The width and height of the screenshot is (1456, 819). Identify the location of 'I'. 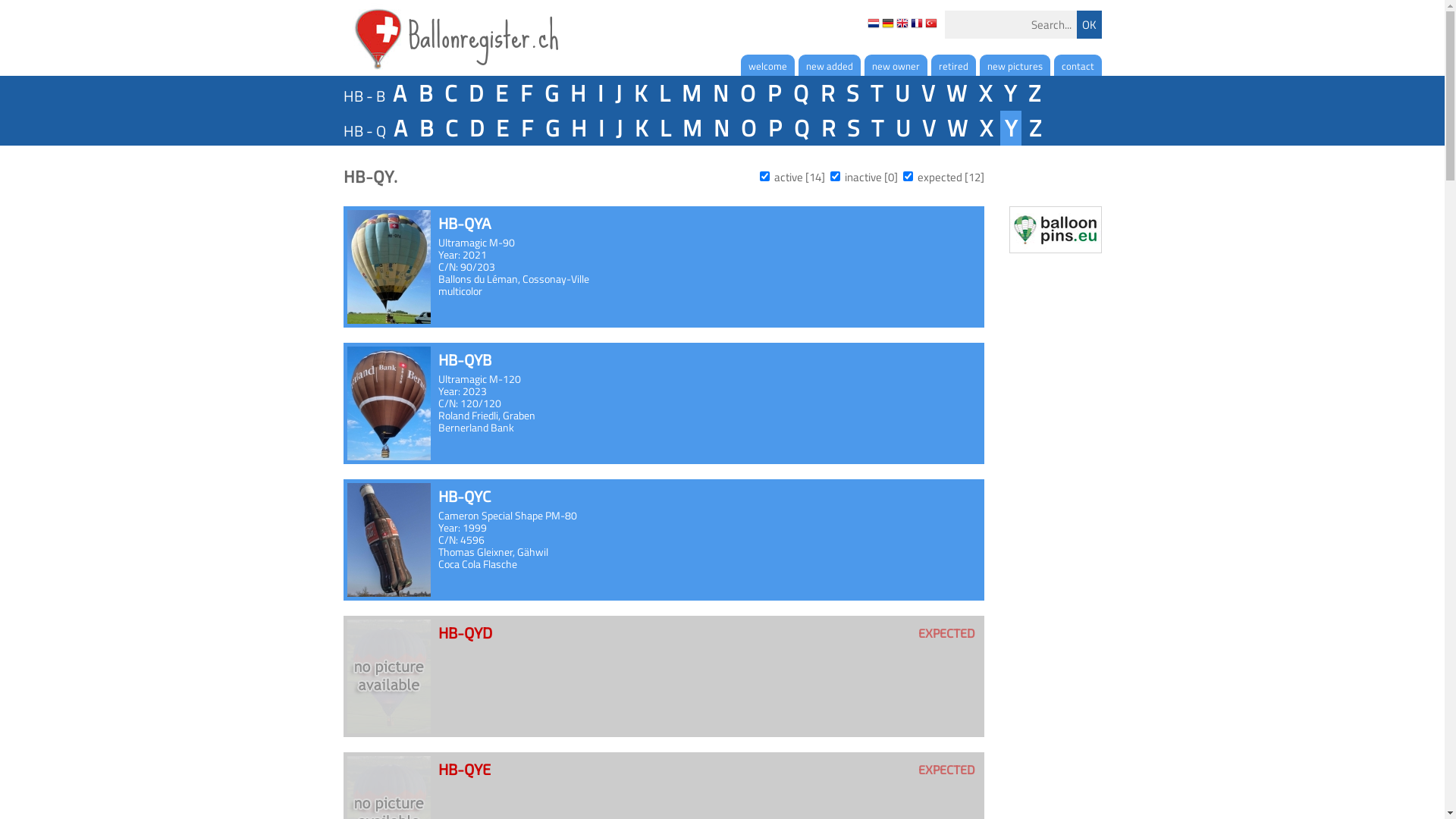
(599, 93).